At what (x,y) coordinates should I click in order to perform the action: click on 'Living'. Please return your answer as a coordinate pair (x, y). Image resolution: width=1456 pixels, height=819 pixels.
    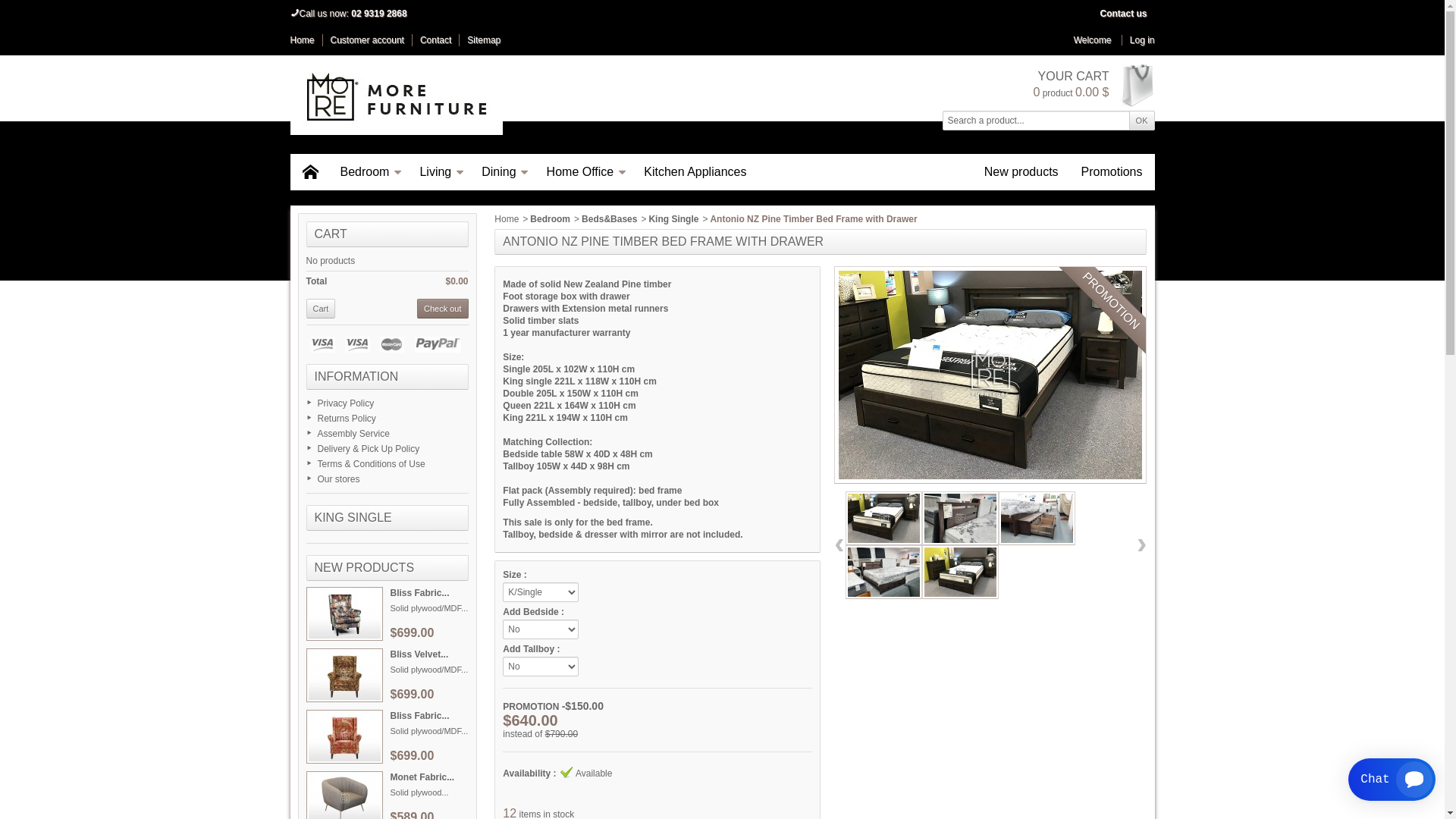
    Looking at the image, I should click on (438, 171).